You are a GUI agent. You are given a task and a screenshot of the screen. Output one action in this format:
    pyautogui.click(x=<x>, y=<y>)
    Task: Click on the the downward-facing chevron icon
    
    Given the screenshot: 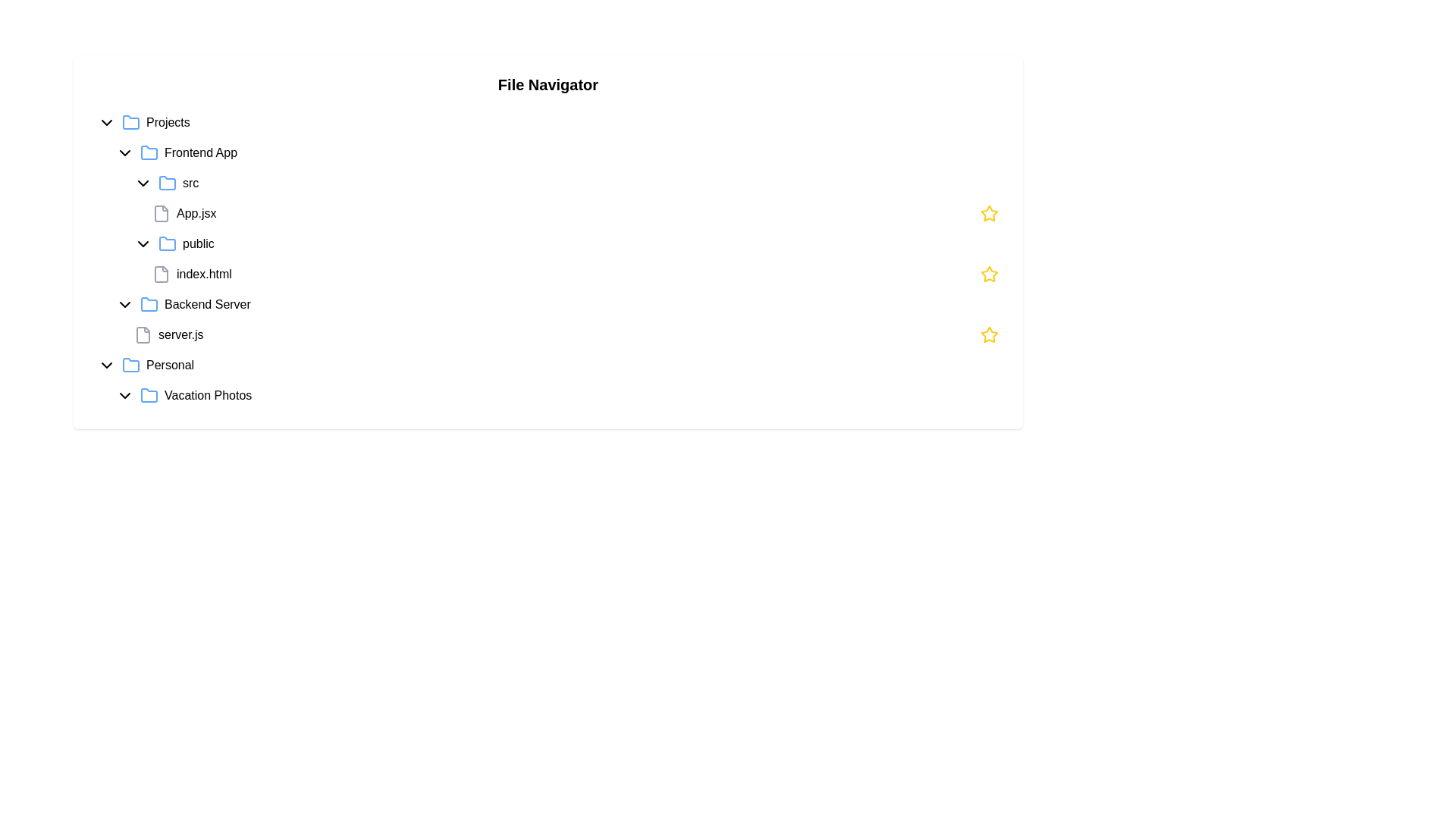 What is the action you would take?
    pyautogui.click(x=124, y=152)
    